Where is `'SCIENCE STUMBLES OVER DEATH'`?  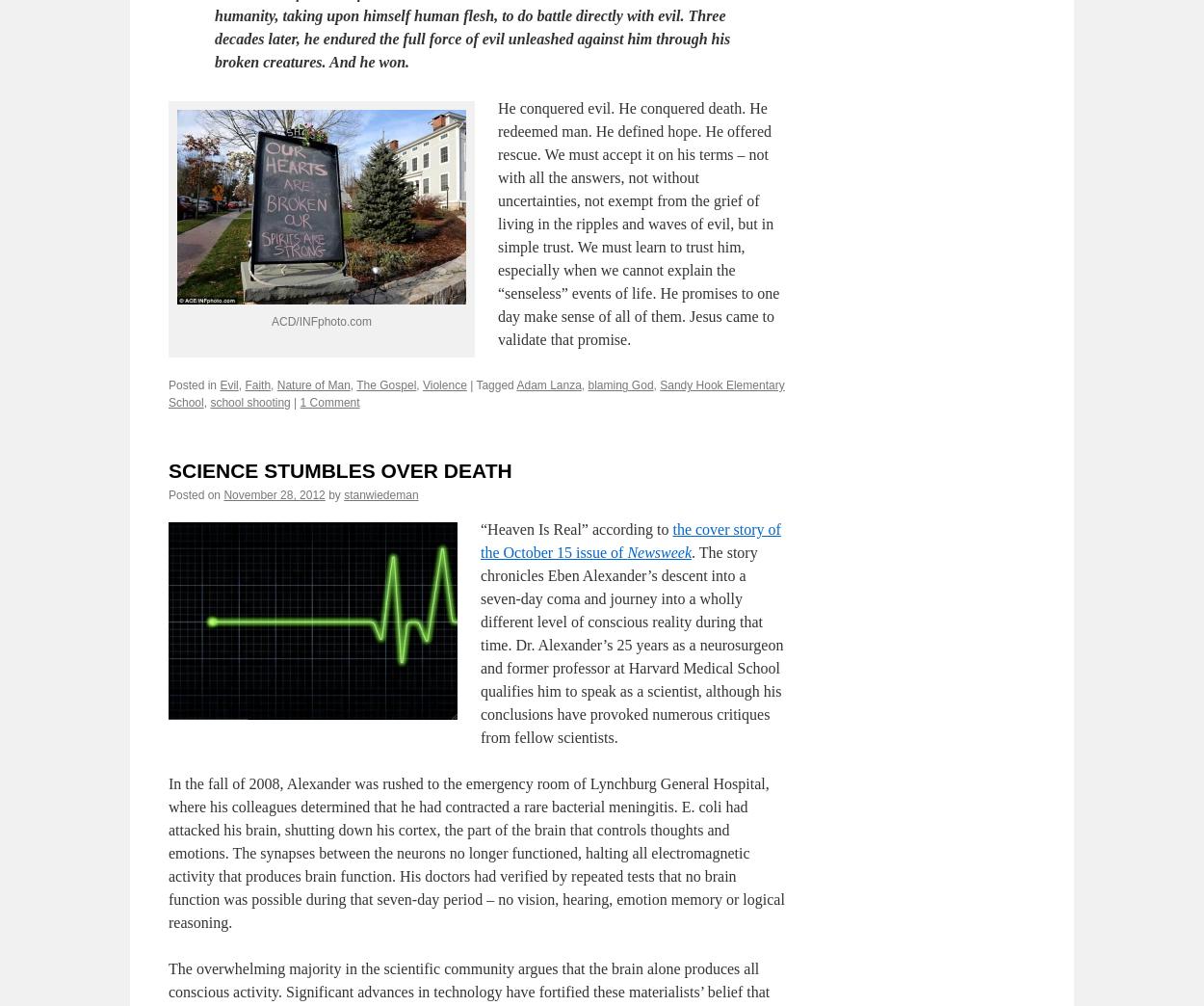 'SCIENCE STUMBLES OVER DEATH' is located at coordinates (339, 562).